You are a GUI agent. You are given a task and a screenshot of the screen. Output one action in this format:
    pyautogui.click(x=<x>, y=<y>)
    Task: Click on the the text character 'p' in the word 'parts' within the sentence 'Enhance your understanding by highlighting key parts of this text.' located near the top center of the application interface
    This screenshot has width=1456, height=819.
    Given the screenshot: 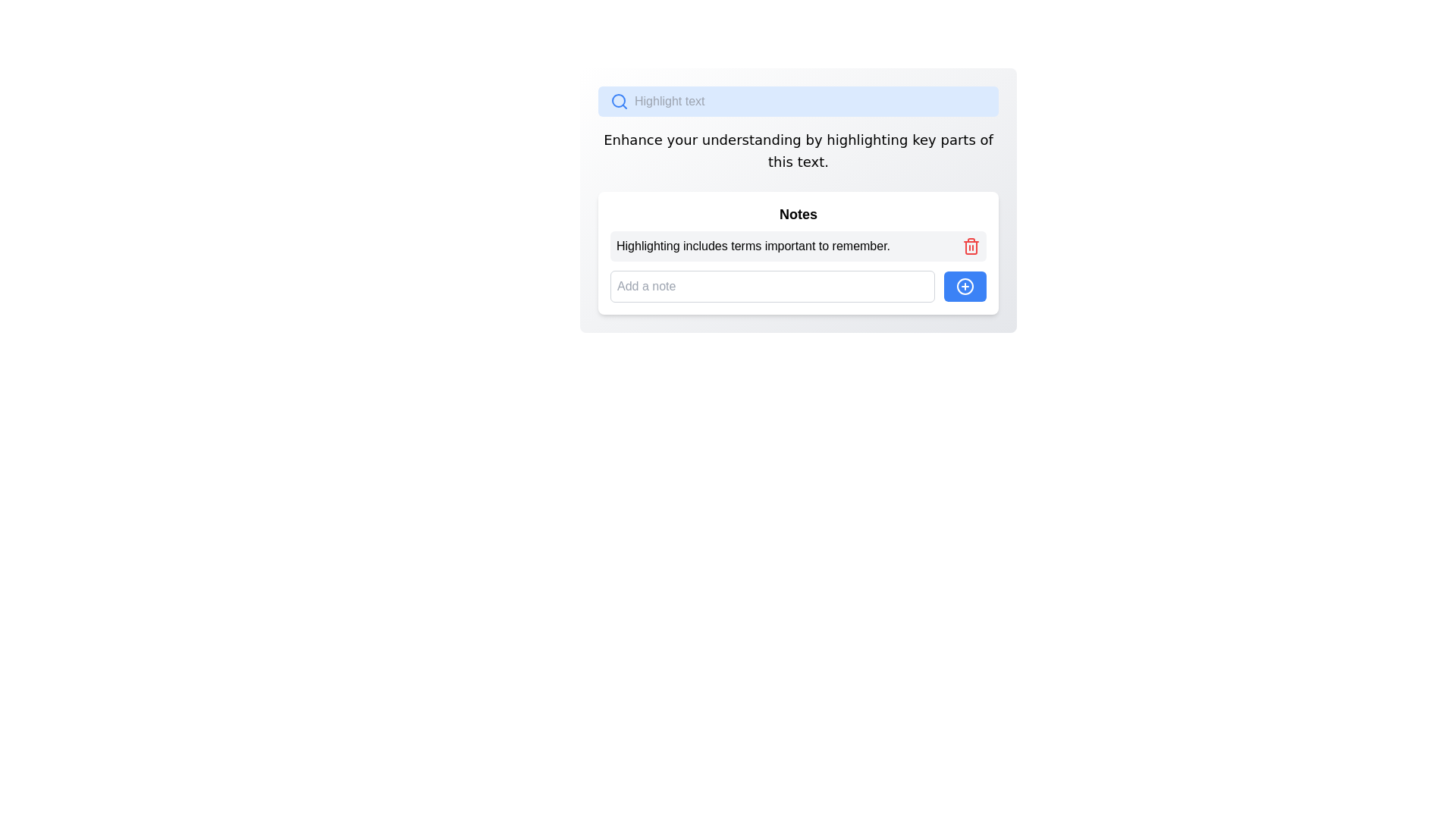 What is the action you would take?
    pyautogui.click(x=944, y=140)
    